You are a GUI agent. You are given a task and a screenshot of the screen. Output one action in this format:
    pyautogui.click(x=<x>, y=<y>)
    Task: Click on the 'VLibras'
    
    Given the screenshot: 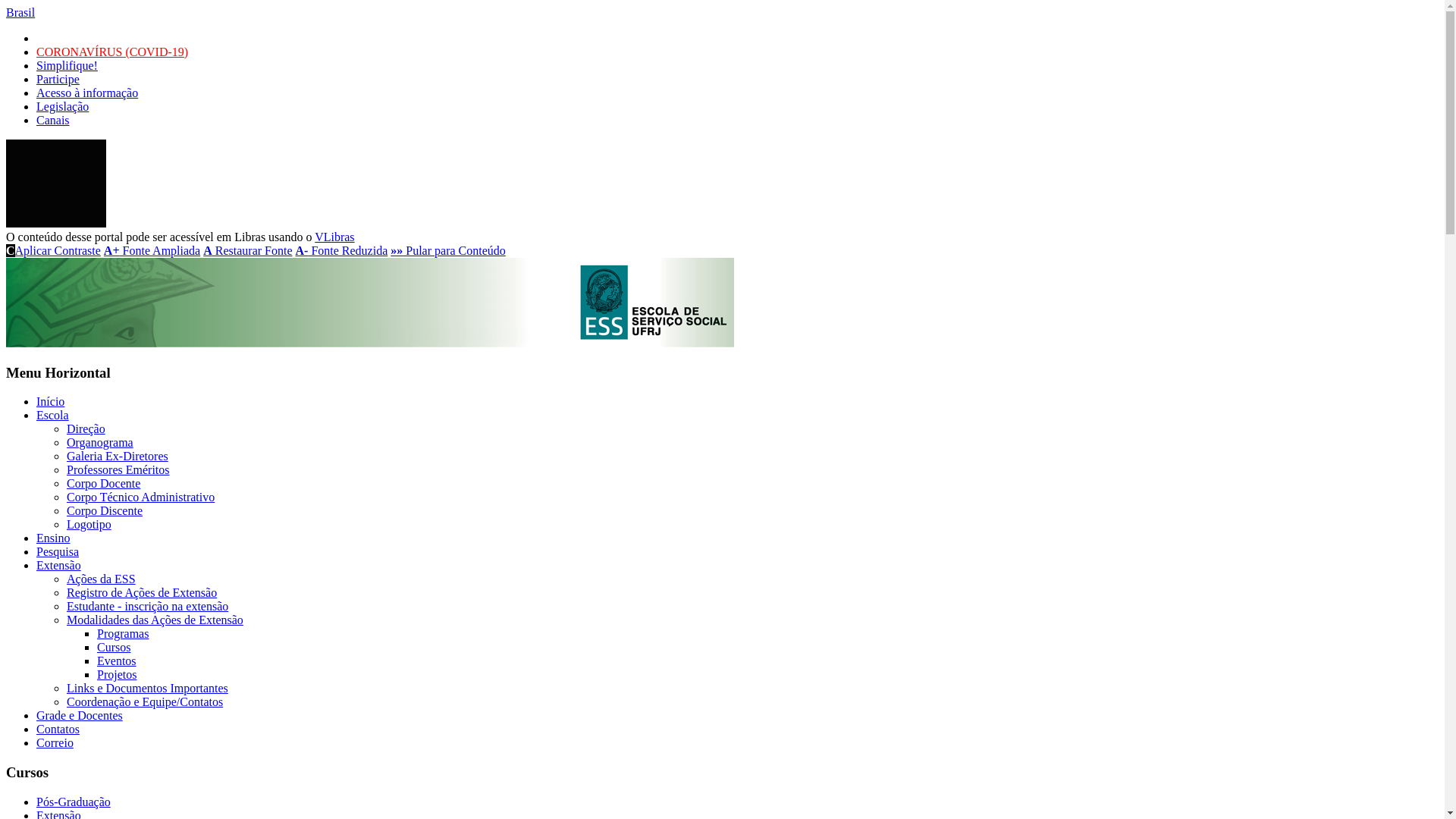 What is the action you would take?
    pyautogui.click(x=334, y=237)
    